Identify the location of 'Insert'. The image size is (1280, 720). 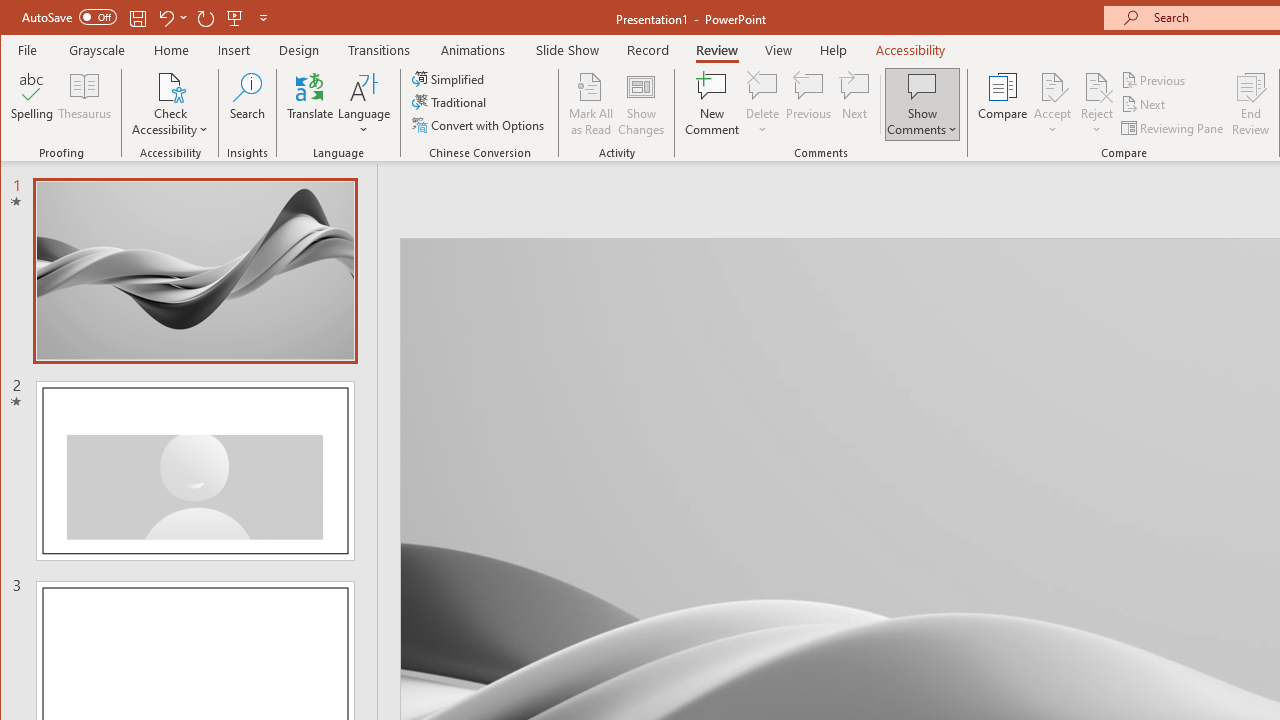
(234, 49).